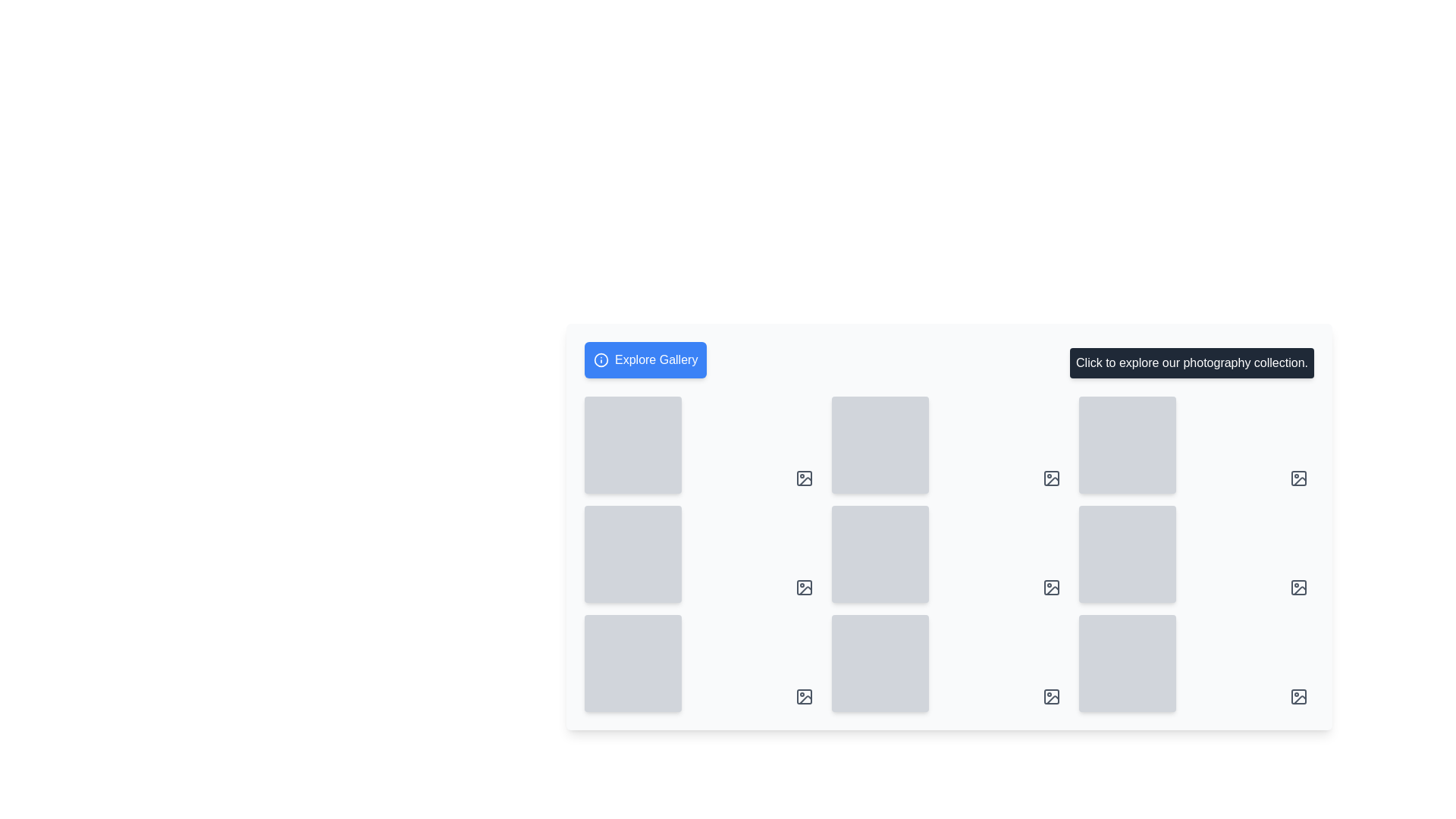 The width and height of the screenshot is (1456, 819). Describe the element at coordinates (803, 696) in the screenshot. I see `the Rectangle SVG element located in the bottom-right corner of the grid of small icons, which represents a tool or action related to an image placeholder` at that location.